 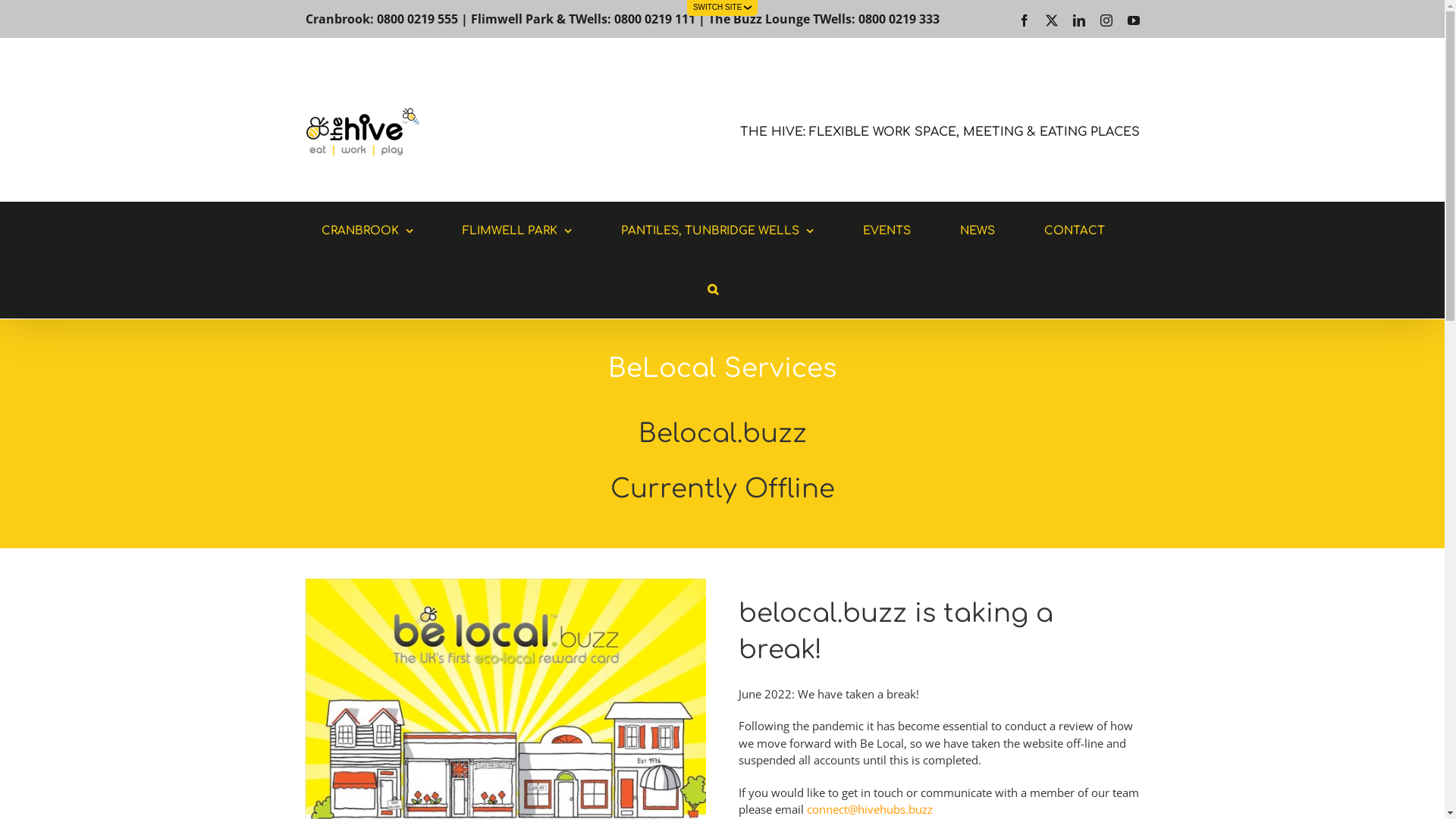 I want to click on 'CRANBROOK', so click(x=367, y=231).